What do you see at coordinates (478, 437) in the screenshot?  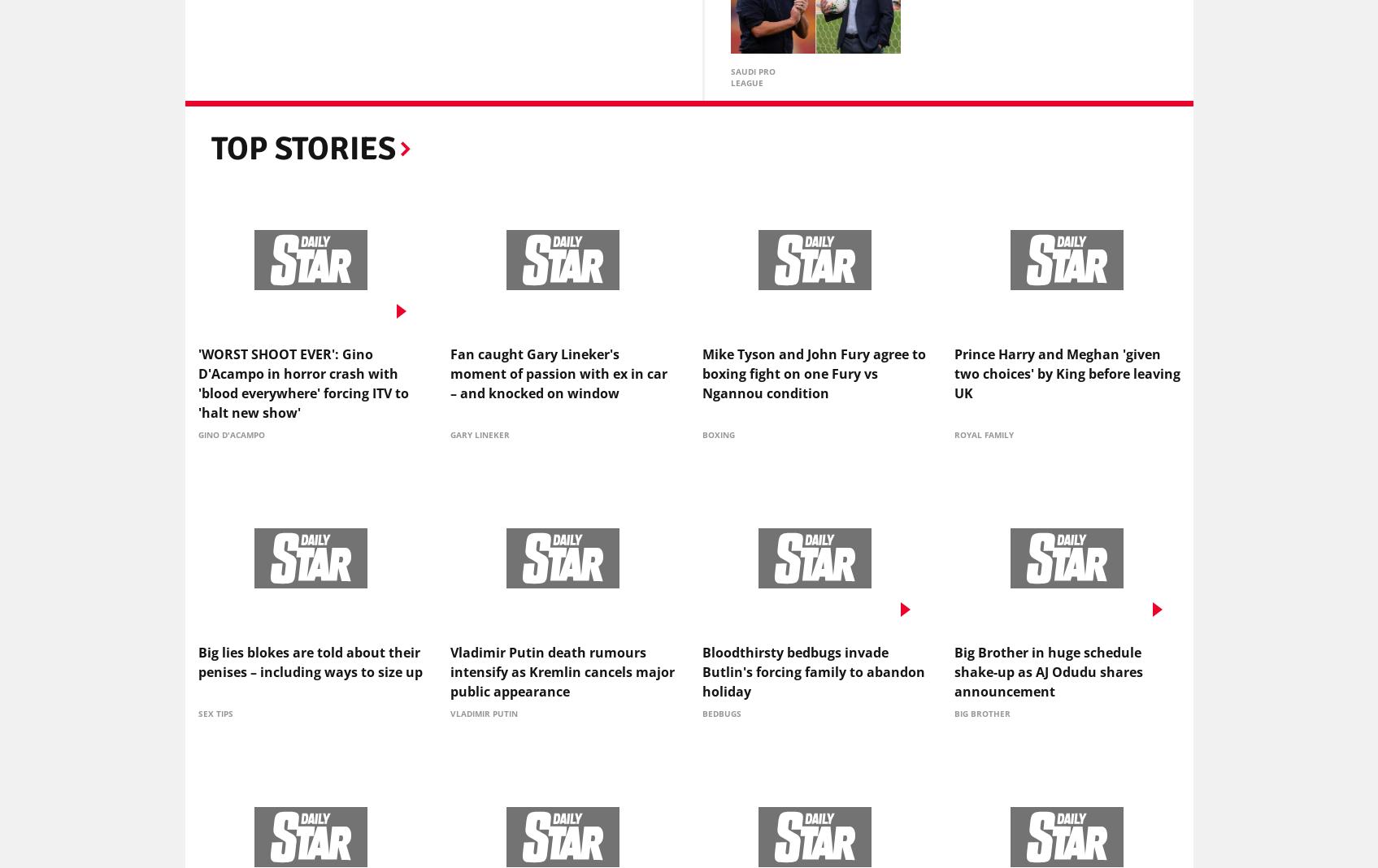 I see `'Gary Lineker'` at bounding box center [478, 437].